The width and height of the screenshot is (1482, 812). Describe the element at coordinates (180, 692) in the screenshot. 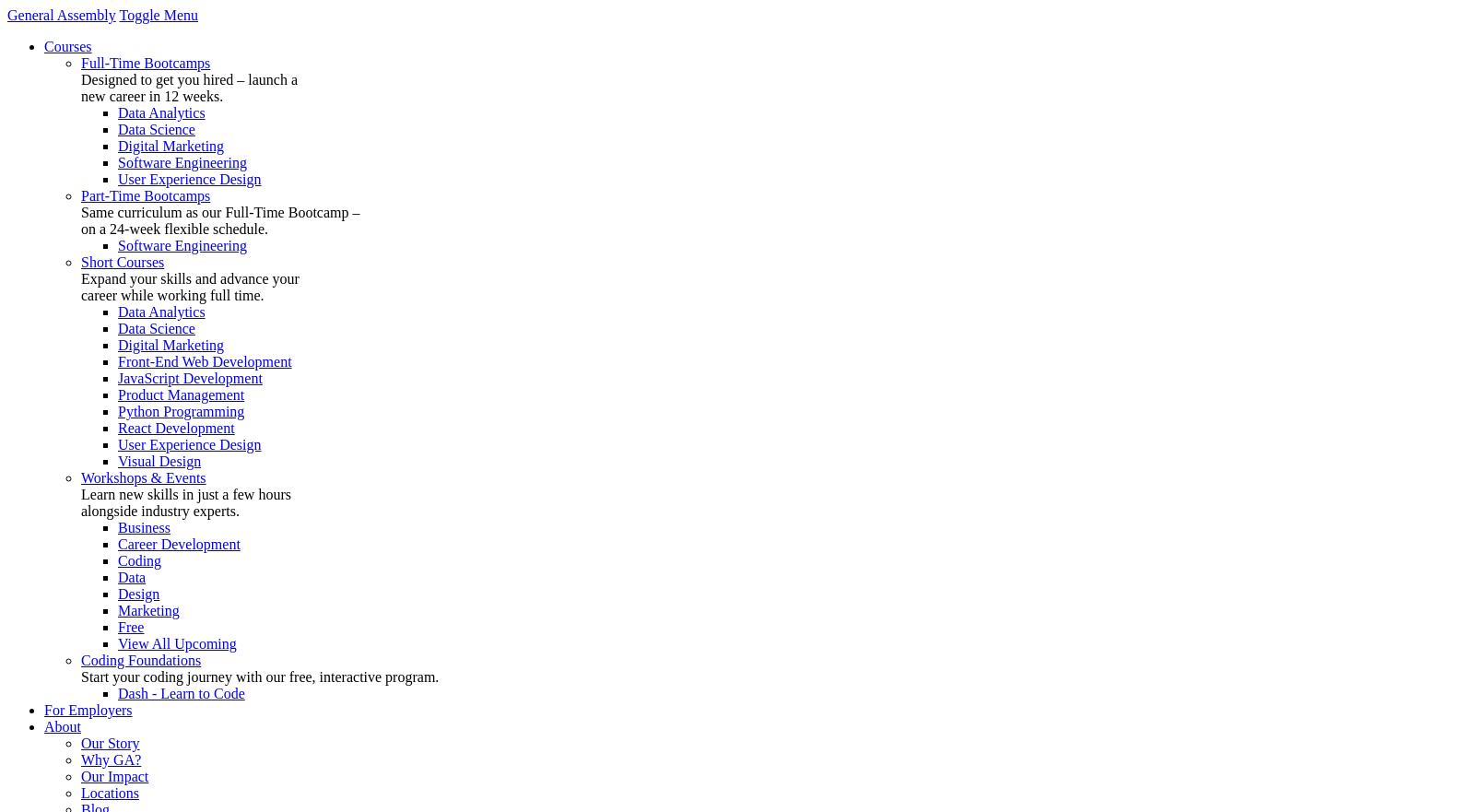

I see `'Dash - Learn to Code'` at that location.